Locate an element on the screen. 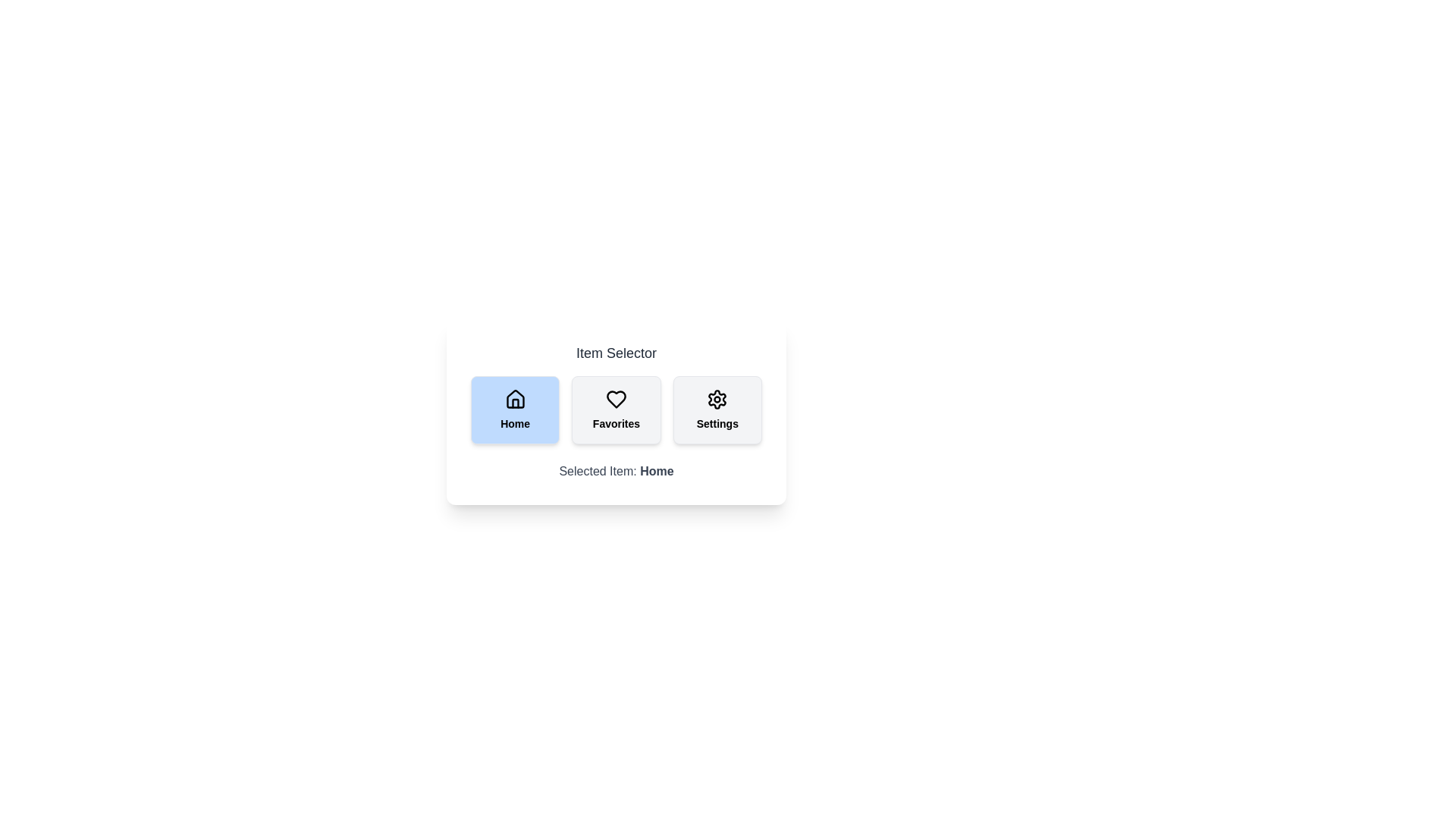 The height and width of the screenshot is (819, 1456). the button labeled Settings to select it is located at coordinates (717, 409).